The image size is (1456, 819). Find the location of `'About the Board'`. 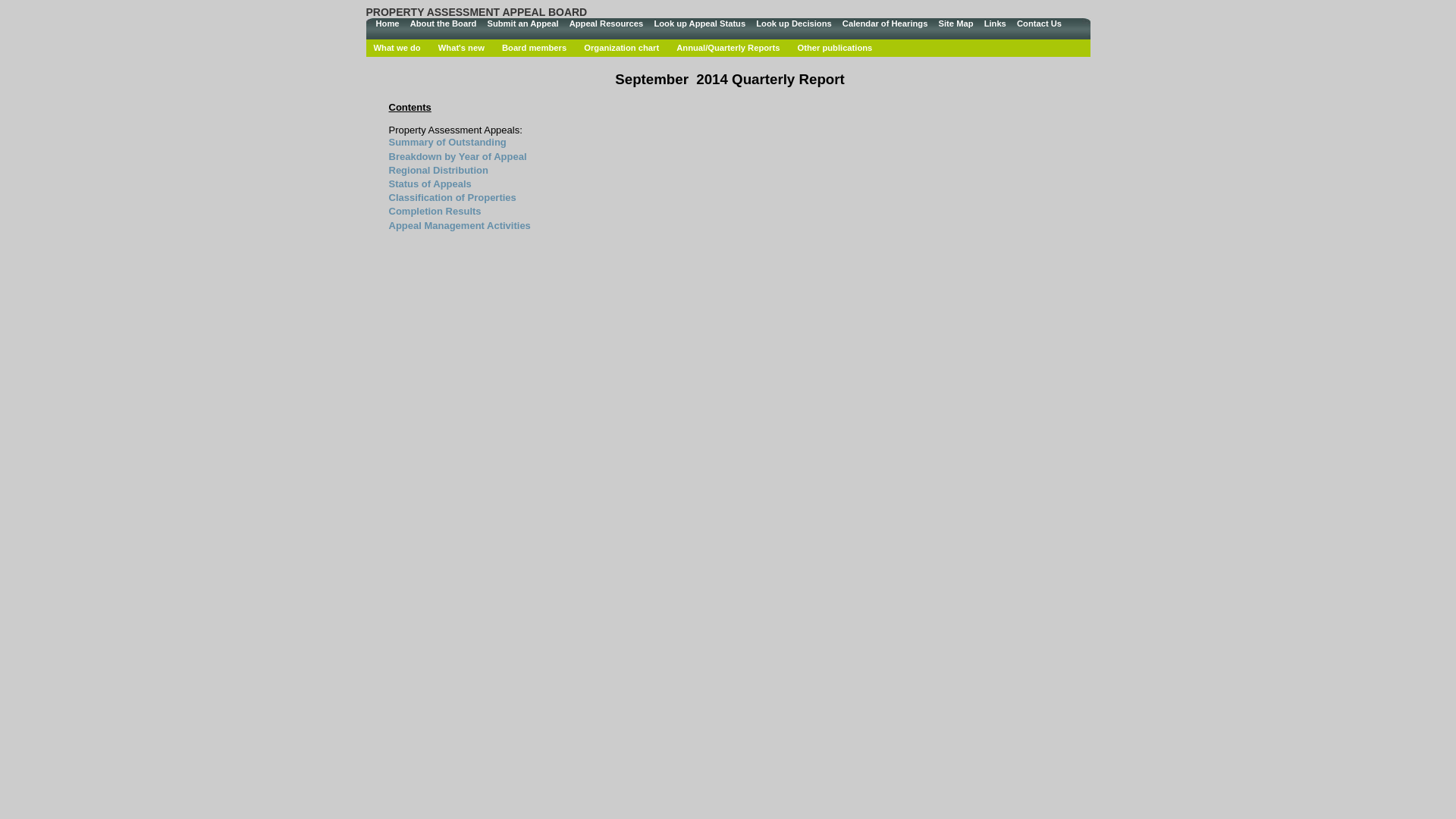

'About the Board' is located at coordinates (443, 24).